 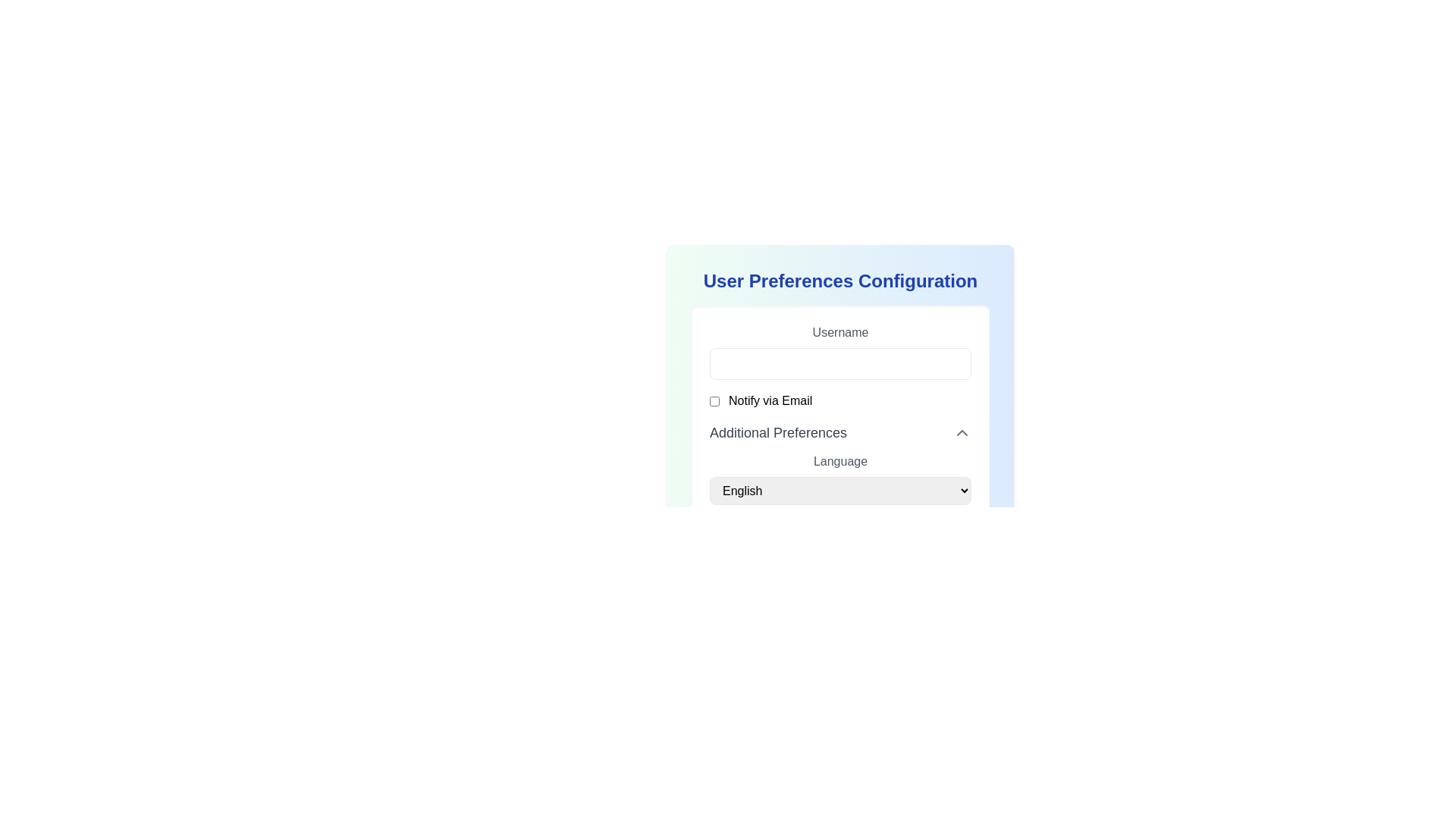 I want to click on the small square checkbox next to the text 'Notify via Email', so click(x=714, y=400).